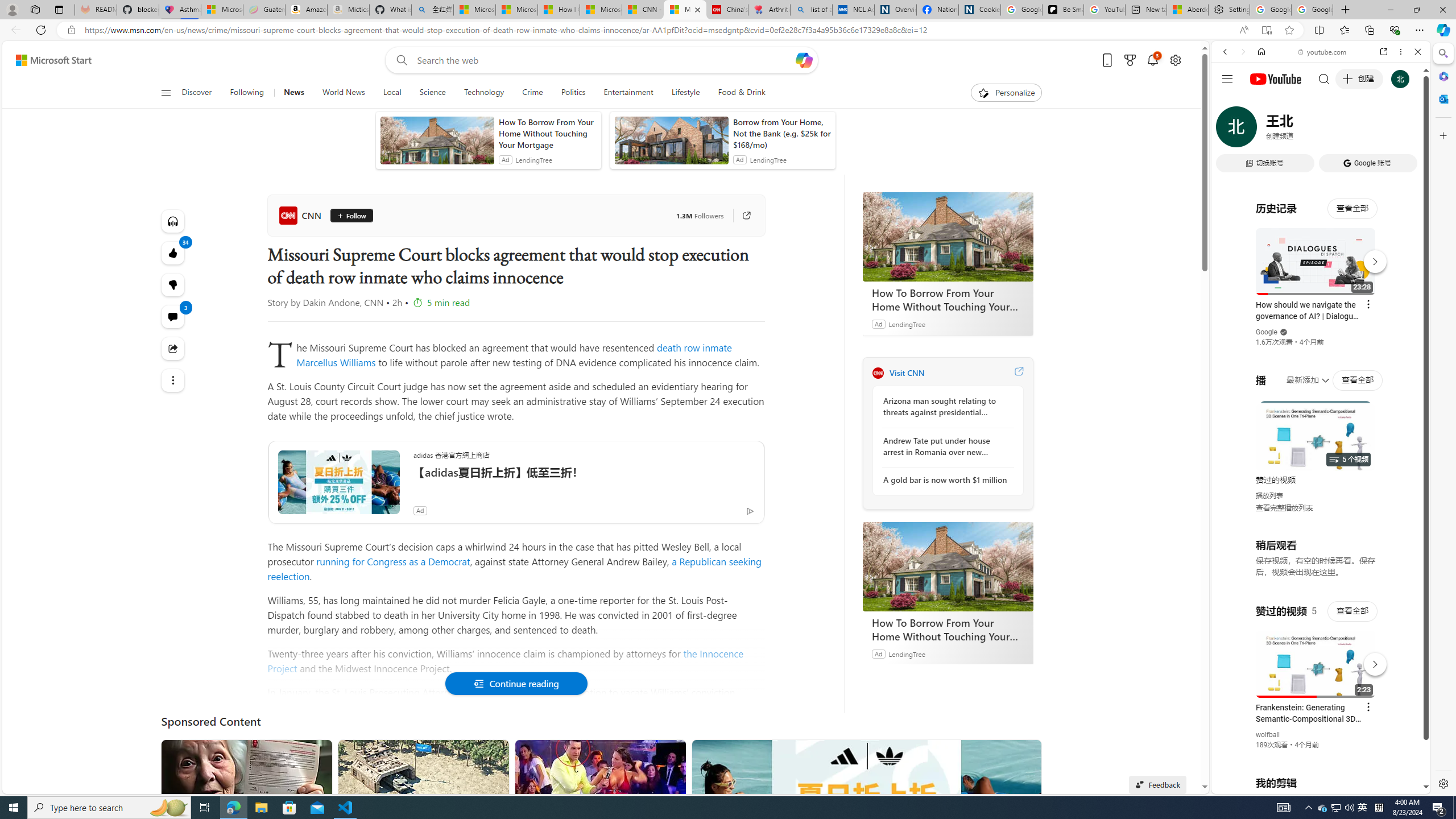 The width and height of the screenshot is (1456, 819). I want to click on 'Politics', so click(572, 92).